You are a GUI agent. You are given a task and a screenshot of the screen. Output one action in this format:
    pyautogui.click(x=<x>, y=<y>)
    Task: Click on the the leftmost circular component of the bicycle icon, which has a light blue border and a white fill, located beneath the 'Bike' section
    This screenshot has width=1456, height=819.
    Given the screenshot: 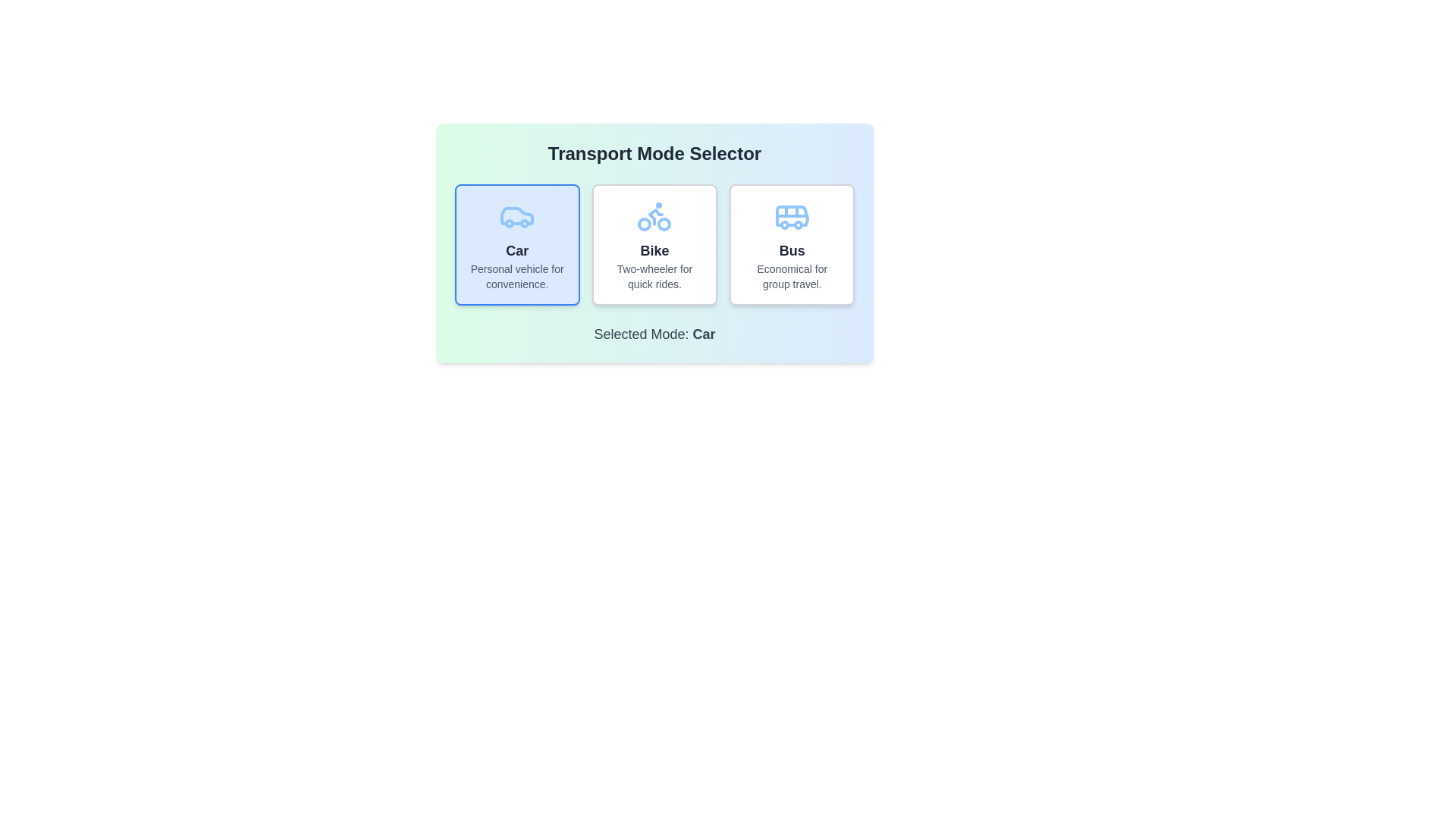 What is the action you would take?
    pyautogui.click(x=645, y=224)
    